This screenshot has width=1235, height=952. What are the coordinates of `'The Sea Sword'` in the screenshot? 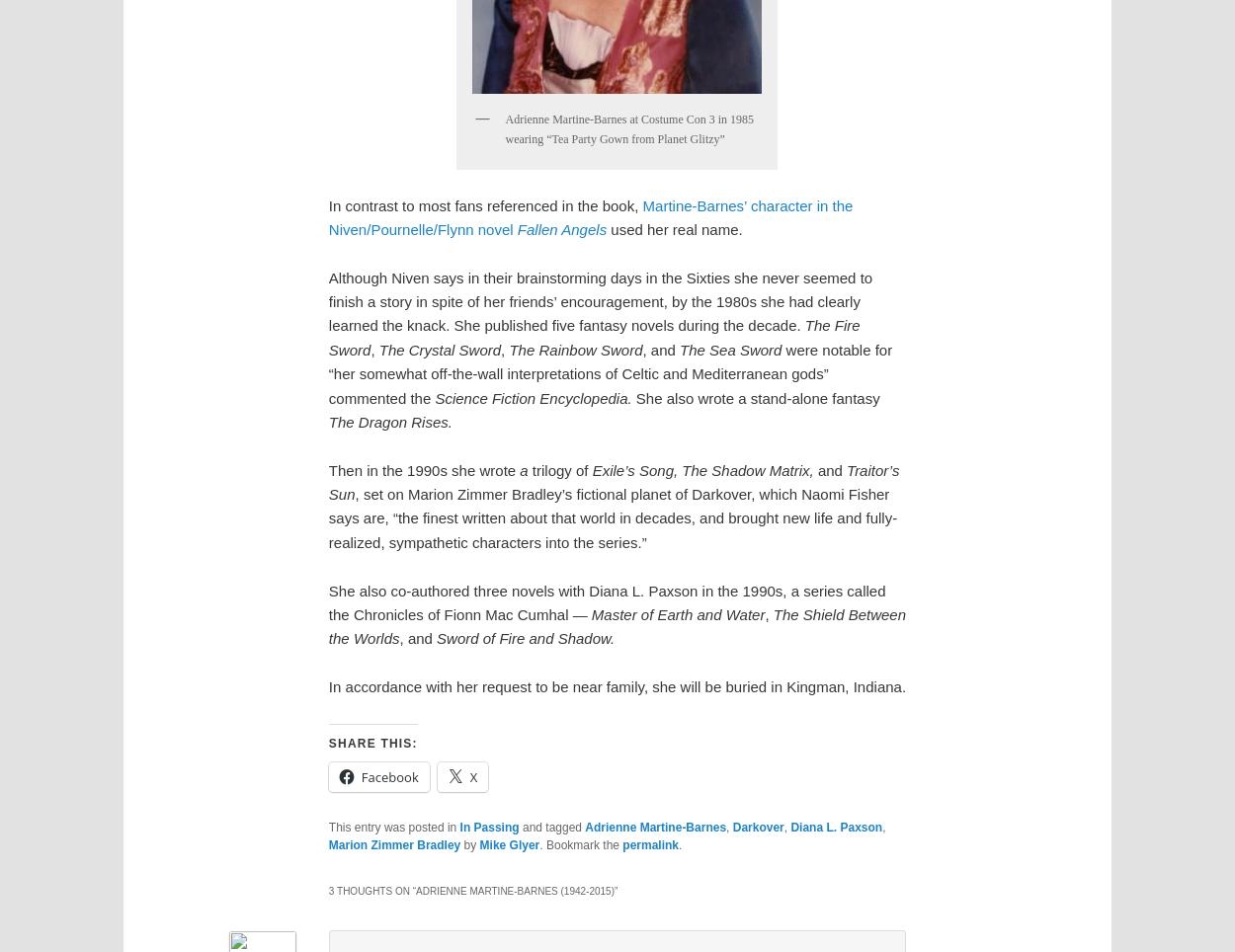 It's located at (680, 348).